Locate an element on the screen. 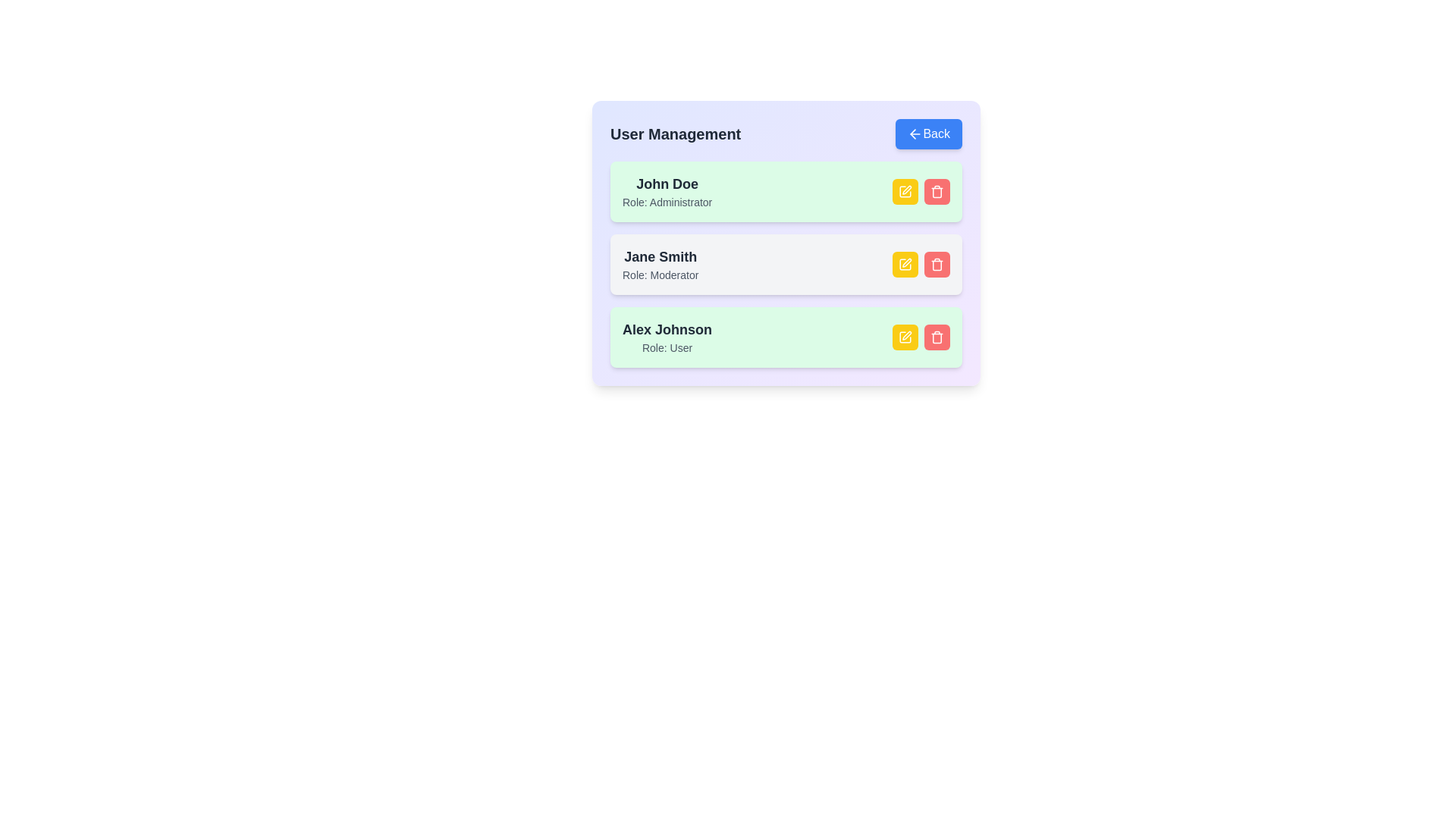 The image size is (1456, 819). edit button for the user identified by Alex Johnson is located at coordinates (905, 336).